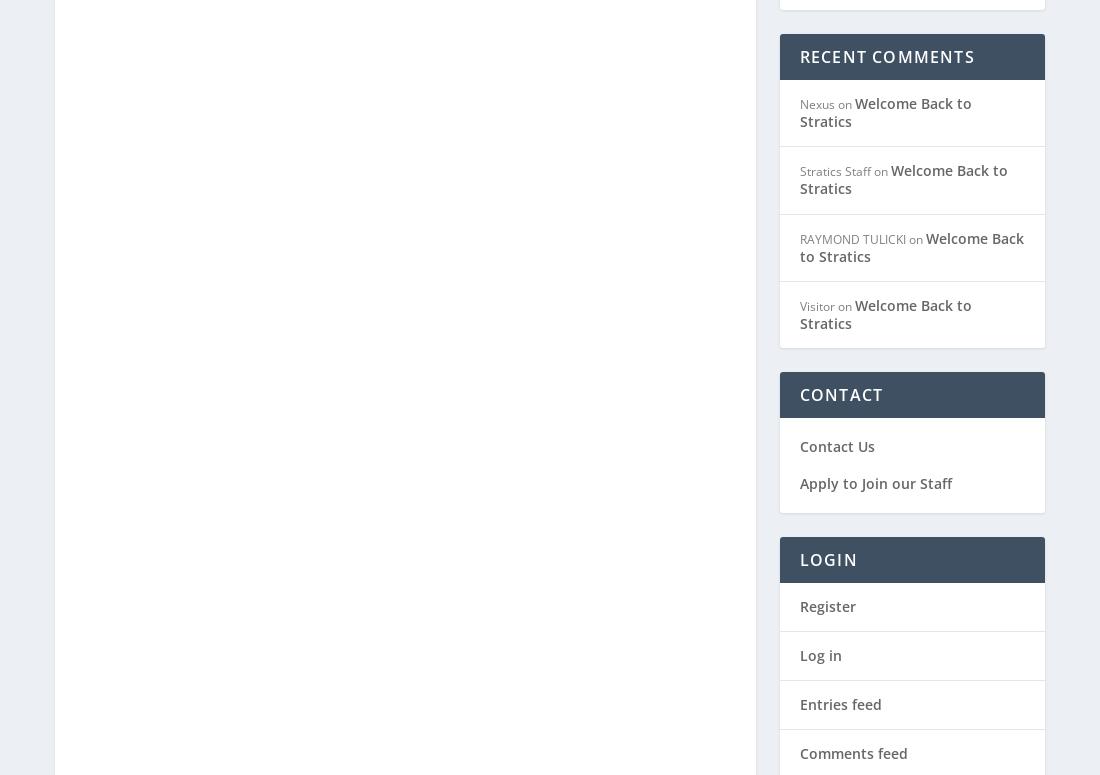  I want to click on 'Contact Us', so click(799, 335).